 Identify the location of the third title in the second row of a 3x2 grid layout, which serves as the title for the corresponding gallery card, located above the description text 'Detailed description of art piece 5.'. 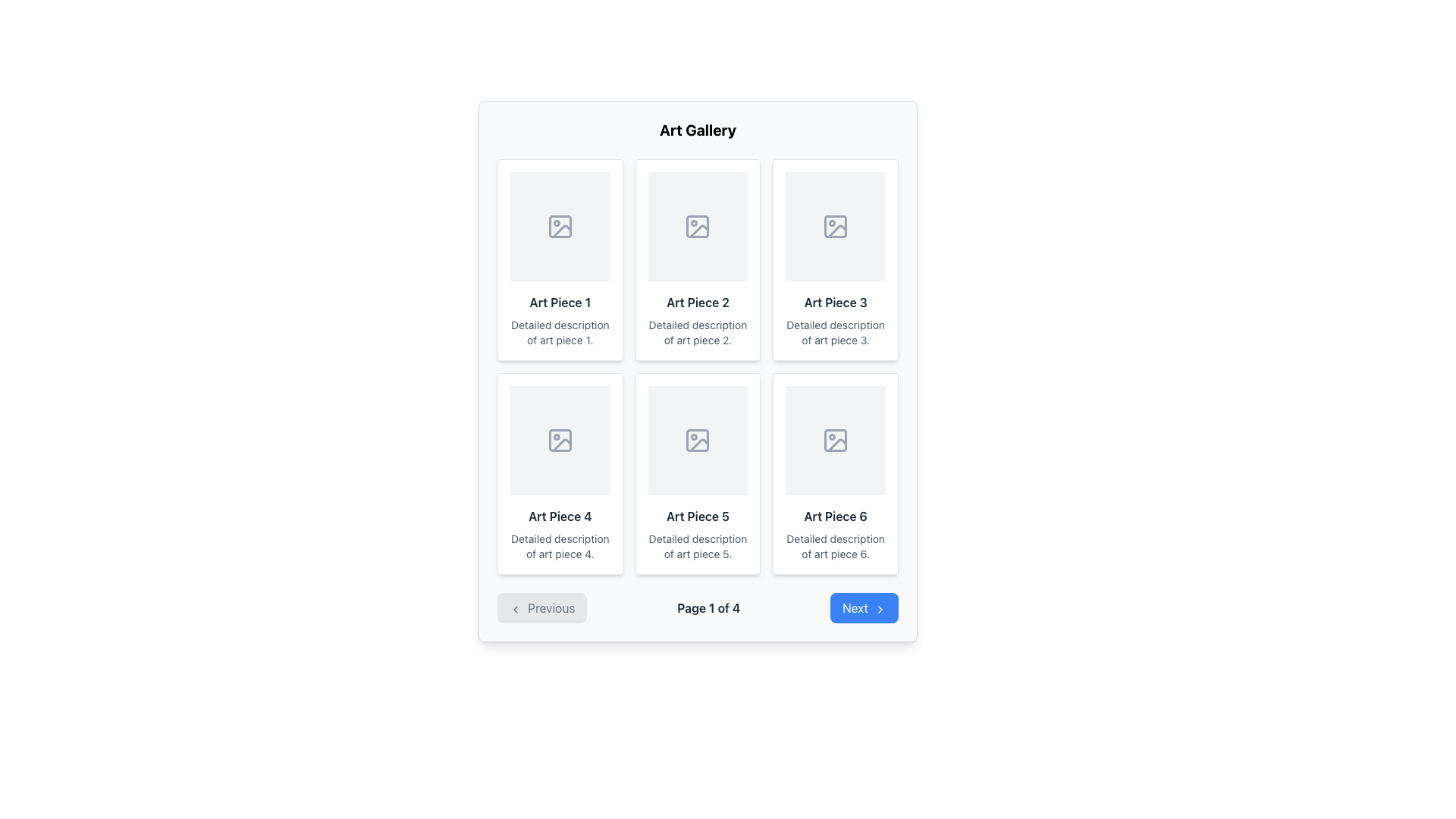
(697, 516).